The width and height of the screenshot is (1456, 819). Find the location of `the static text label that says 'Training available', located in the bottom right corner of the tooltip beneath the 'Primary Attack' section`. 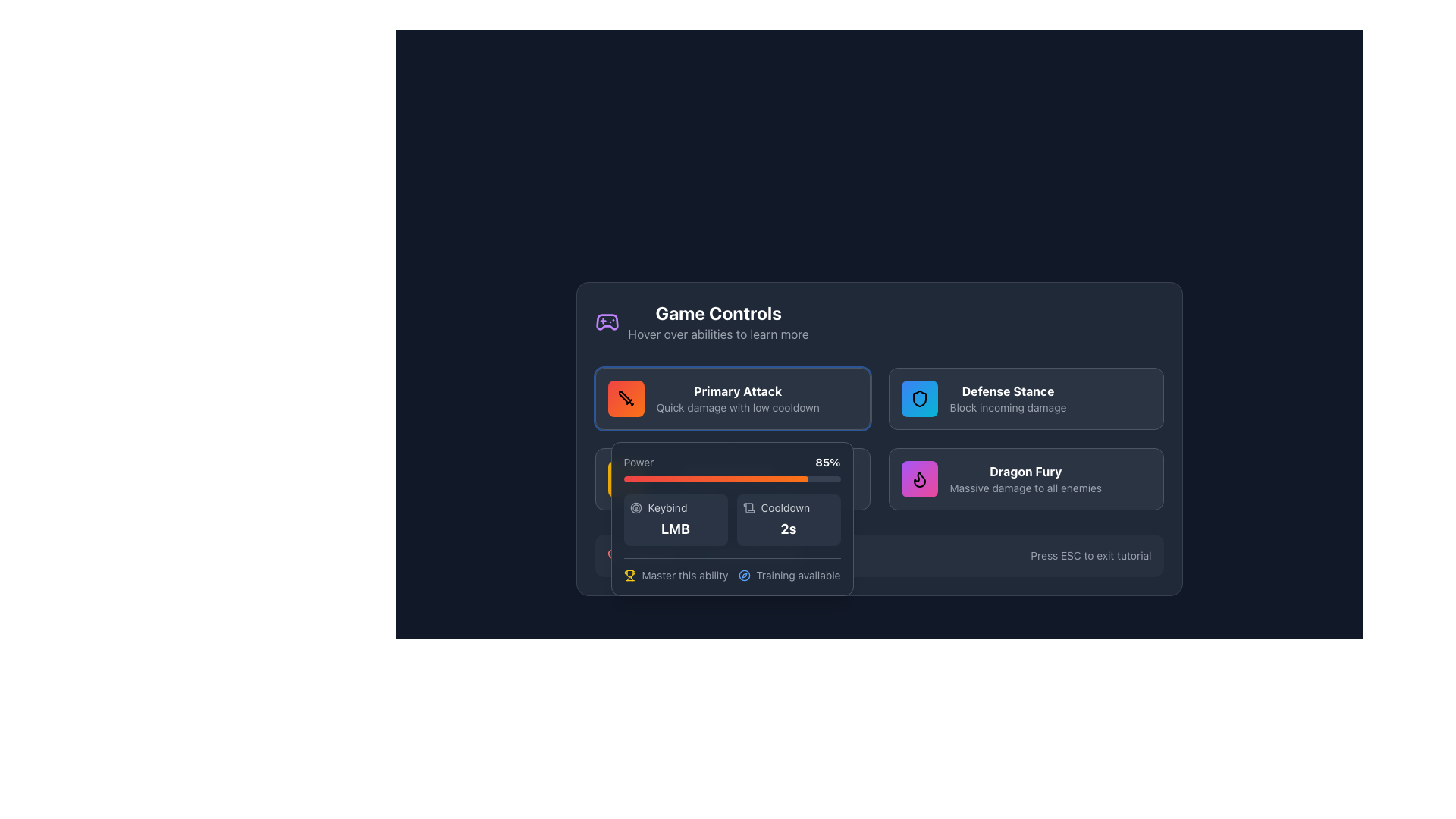

the static text label that says 'Training available', located in the bottom right corner of the tooltip beneath the 'Primary Attack' section is located at coordinates (798, 576).